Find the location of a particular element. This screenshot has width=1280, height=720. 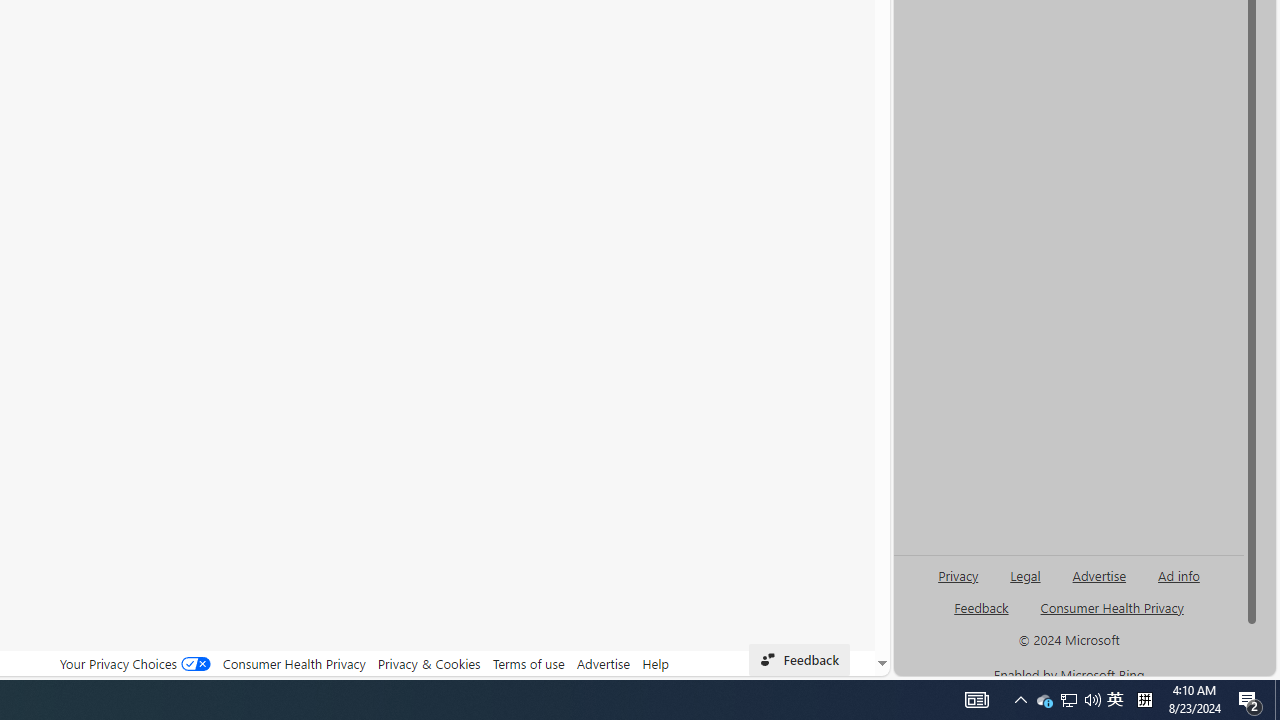

'Help' is located at coordinates (656, 663).